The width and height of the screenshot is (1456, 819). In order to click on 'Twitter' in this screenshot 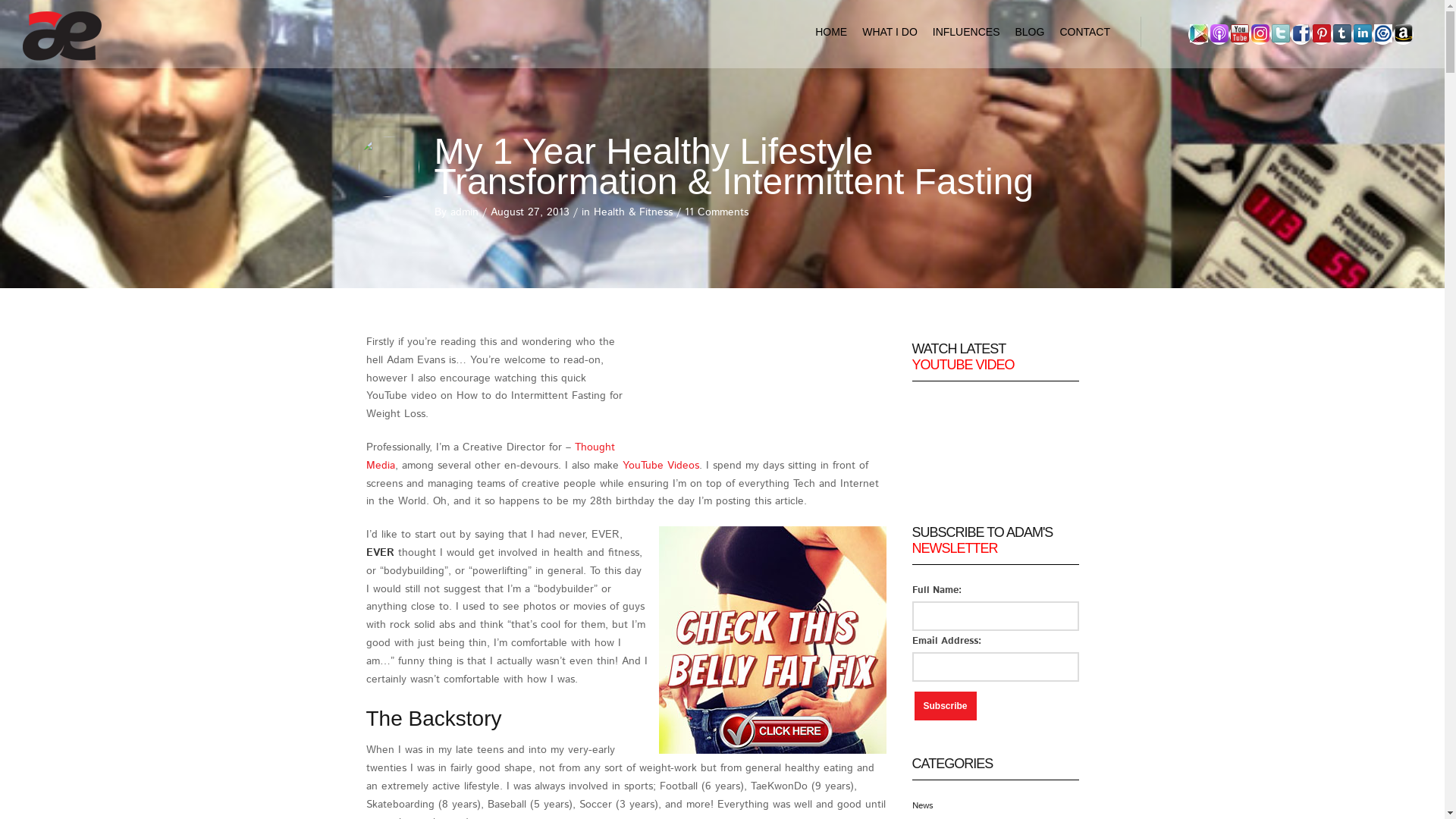, I will do `click(1279, 34)`.